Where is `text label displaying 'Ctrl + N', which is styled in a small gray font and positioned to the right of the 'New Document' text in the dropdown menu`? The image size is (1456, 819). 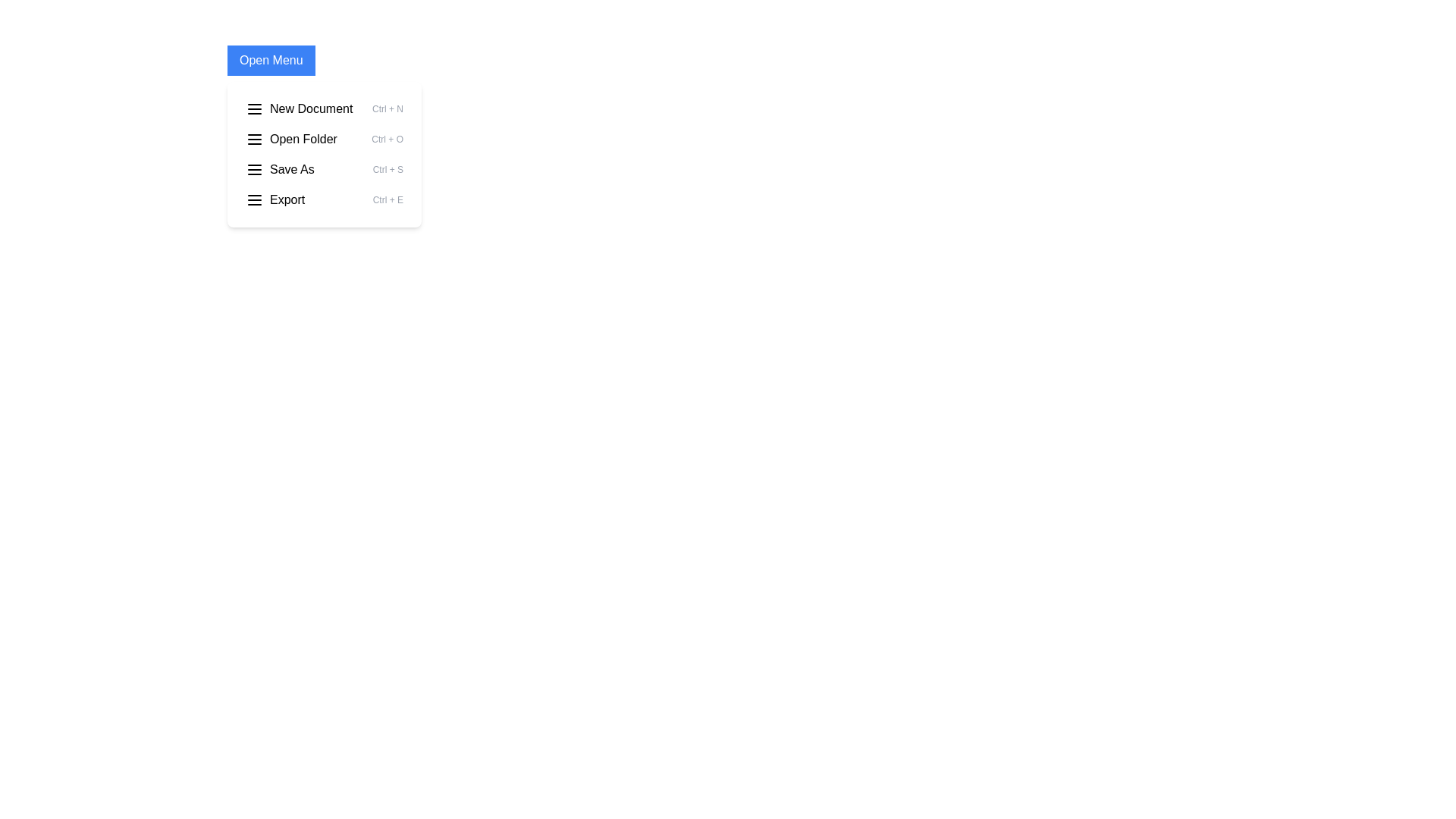
text label displaying 'Ctrl + N', which is styled in a small gray font and positioned to the right of the 'New Document' text in the dropdown menu is located at coordinates (388, 108).